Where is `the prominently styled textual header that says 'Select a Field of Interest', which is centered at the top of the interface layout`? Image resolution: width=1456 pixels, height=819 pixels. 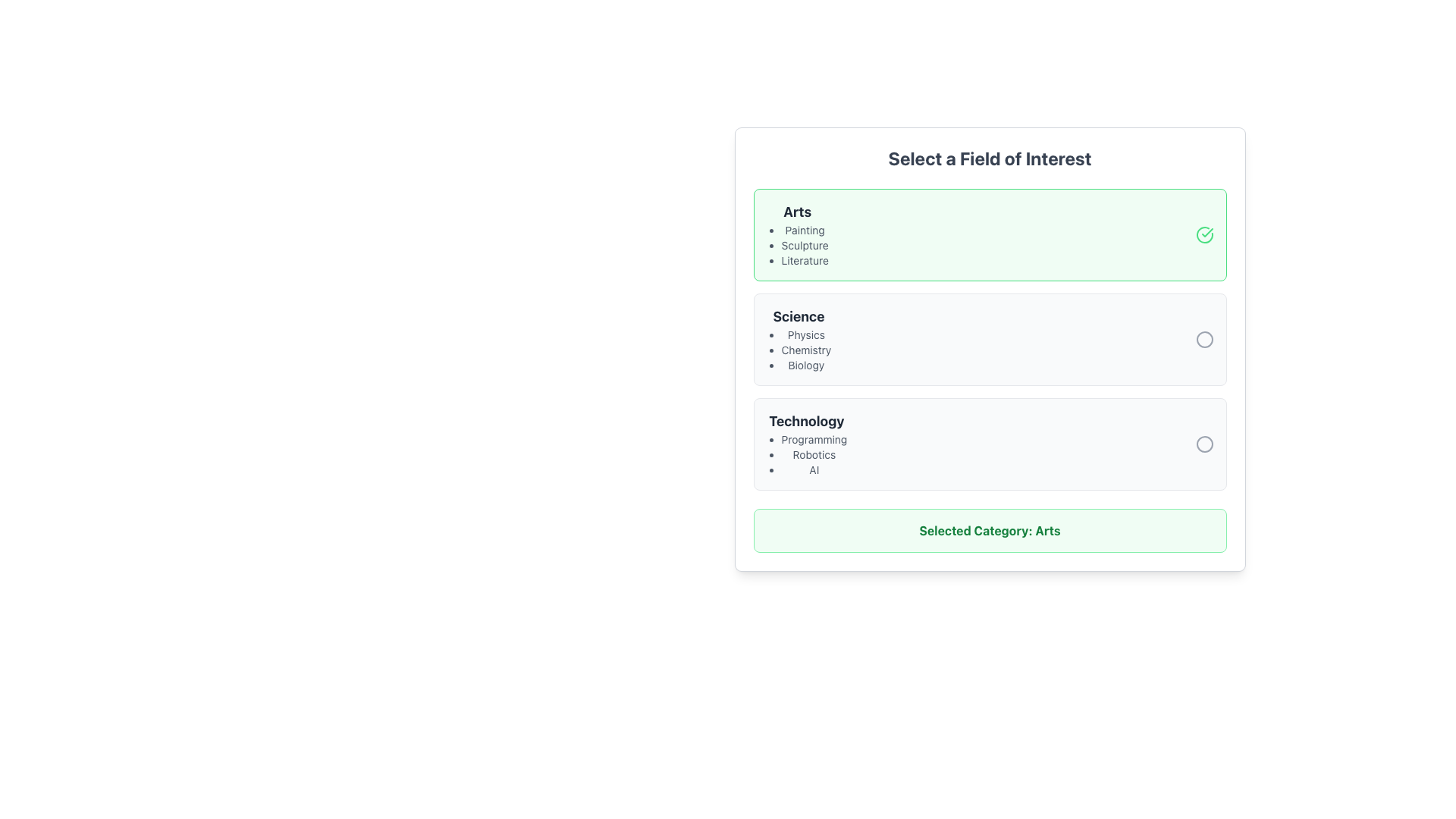 the prominently styled textual header that says 'Select a Field of Interest', which is centered at the top of the interface layout is located at coordinates (990, 158).